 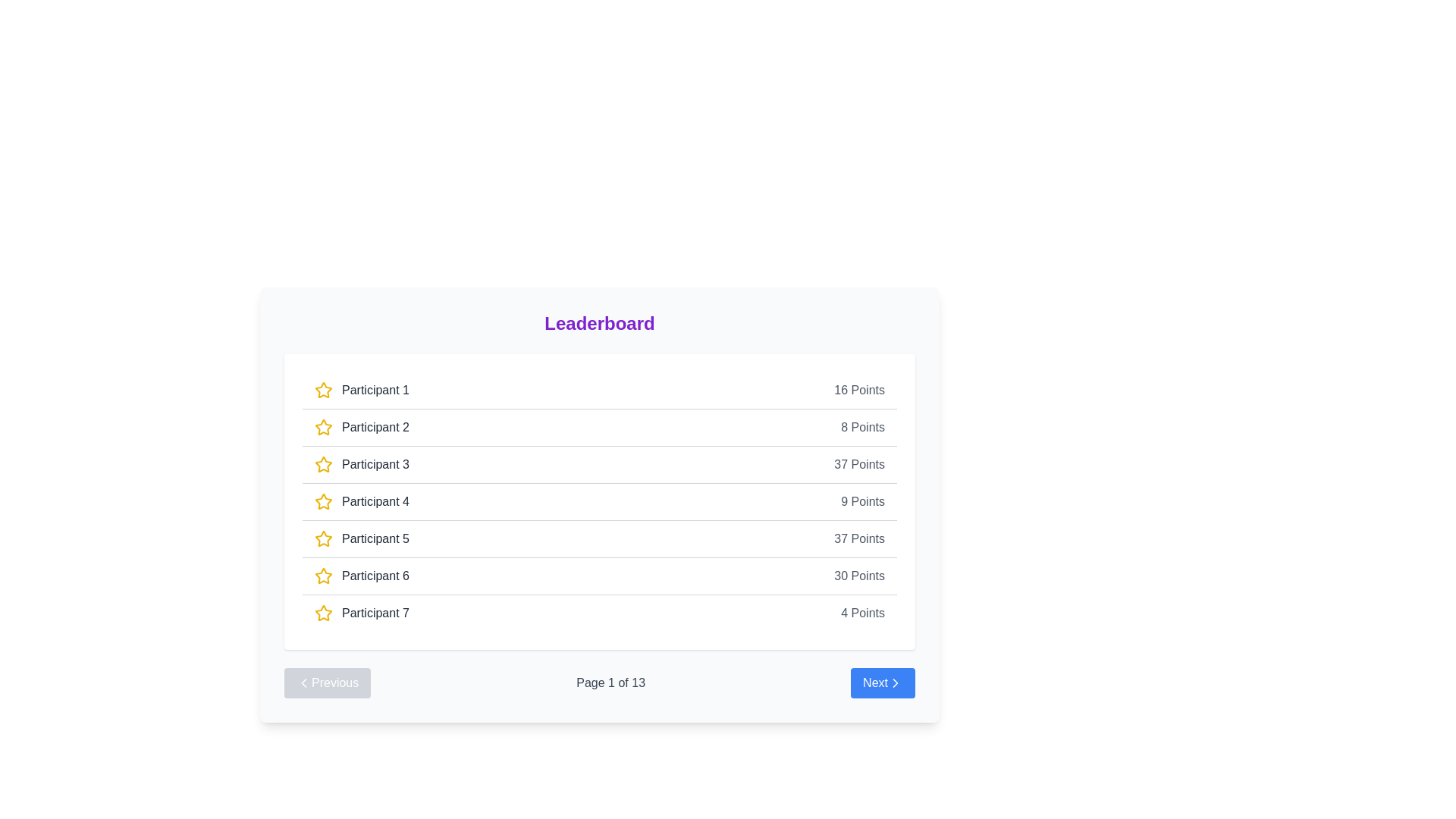 What do you see at coordinates (323, 427) in the screenshot?
I see `the star icon located to the left of 'Participant 2' in the second row of the leaderboard` at bounding box center [323, 427].